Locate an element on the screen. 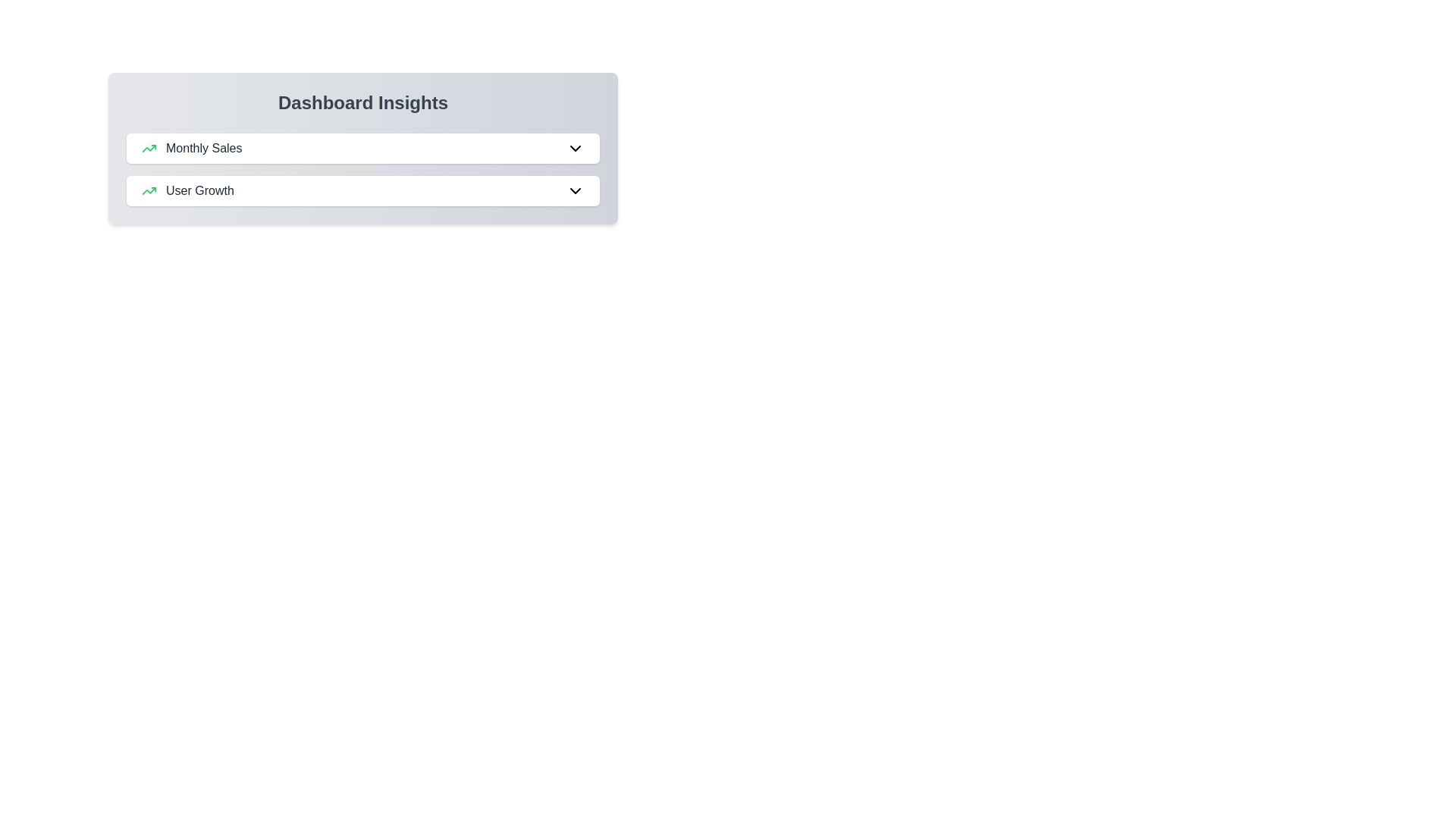  the dropdown icon for User Growth to toggle its details is located at coordinates (574, 190).